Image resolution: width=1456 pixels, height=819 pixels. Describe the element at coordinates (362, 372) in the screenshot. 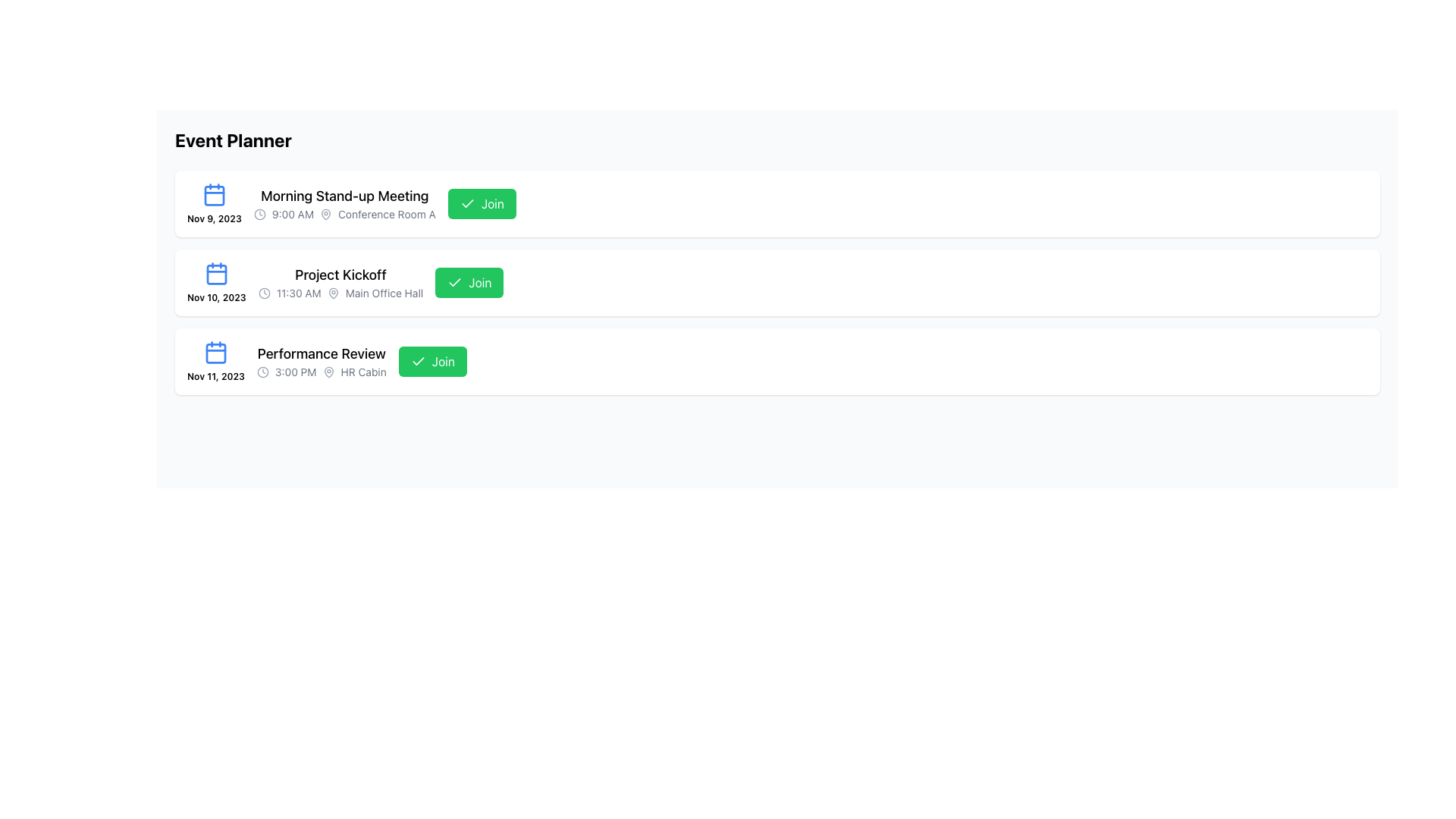

I see `text label that specifies the location for the 'Performance Review' event, which indicates it will occur in the 'HR Cabin' room` at that location.